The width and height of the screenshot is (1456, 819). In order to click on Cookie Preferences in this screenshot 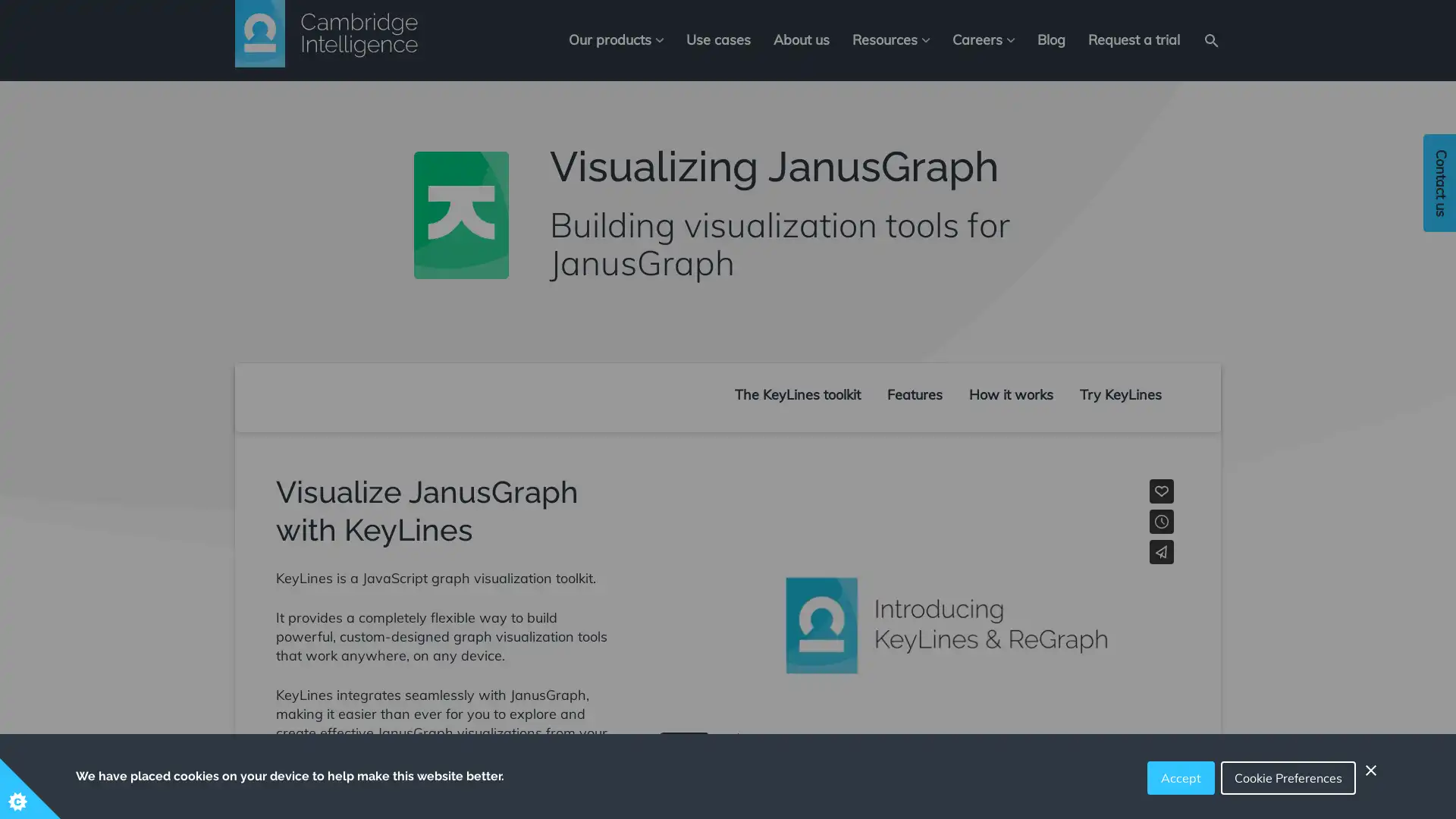, I will do `click(1288, 778)`.